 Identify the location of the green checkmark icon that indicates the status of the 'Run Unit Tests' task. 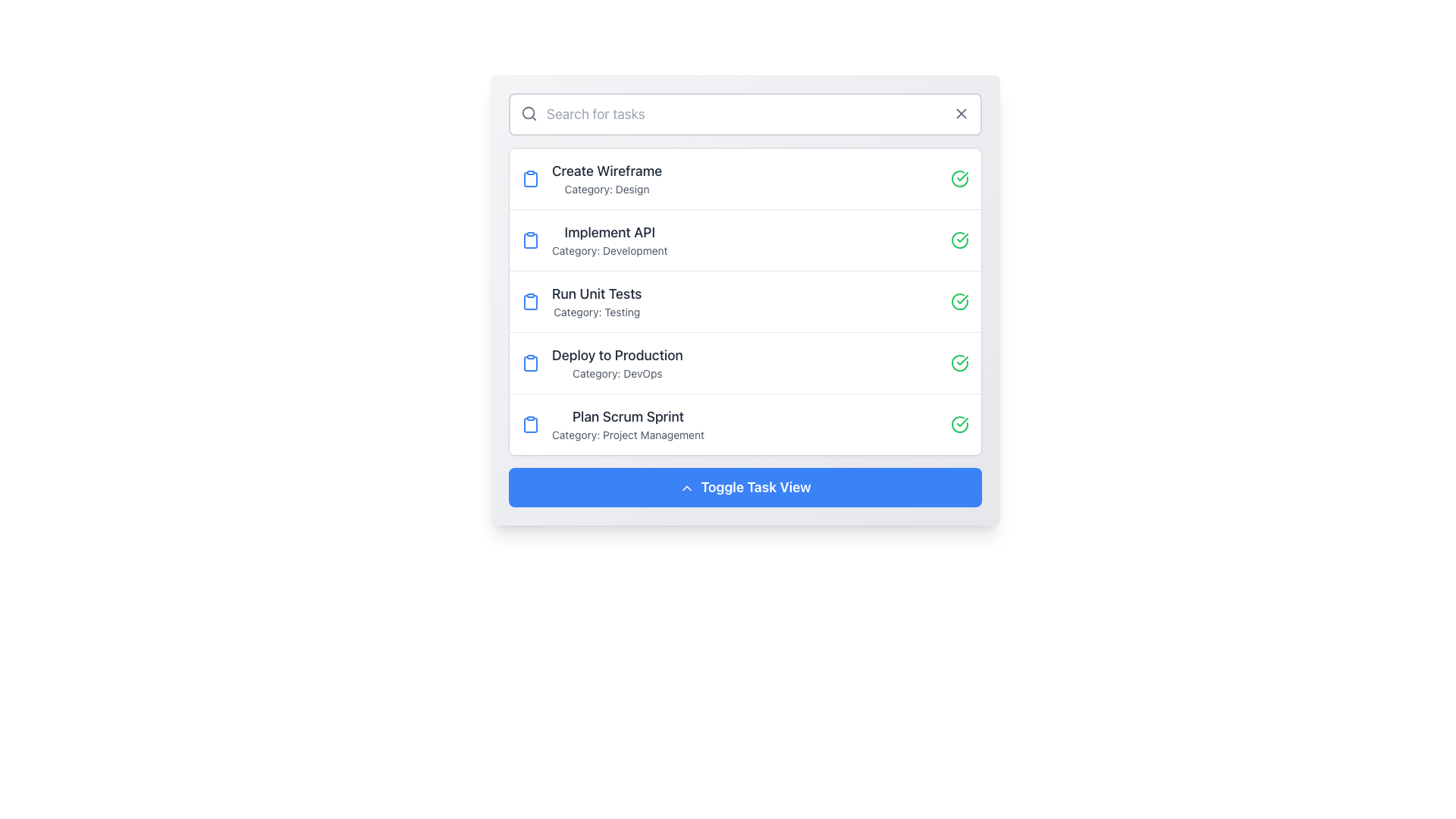
(962, 299).